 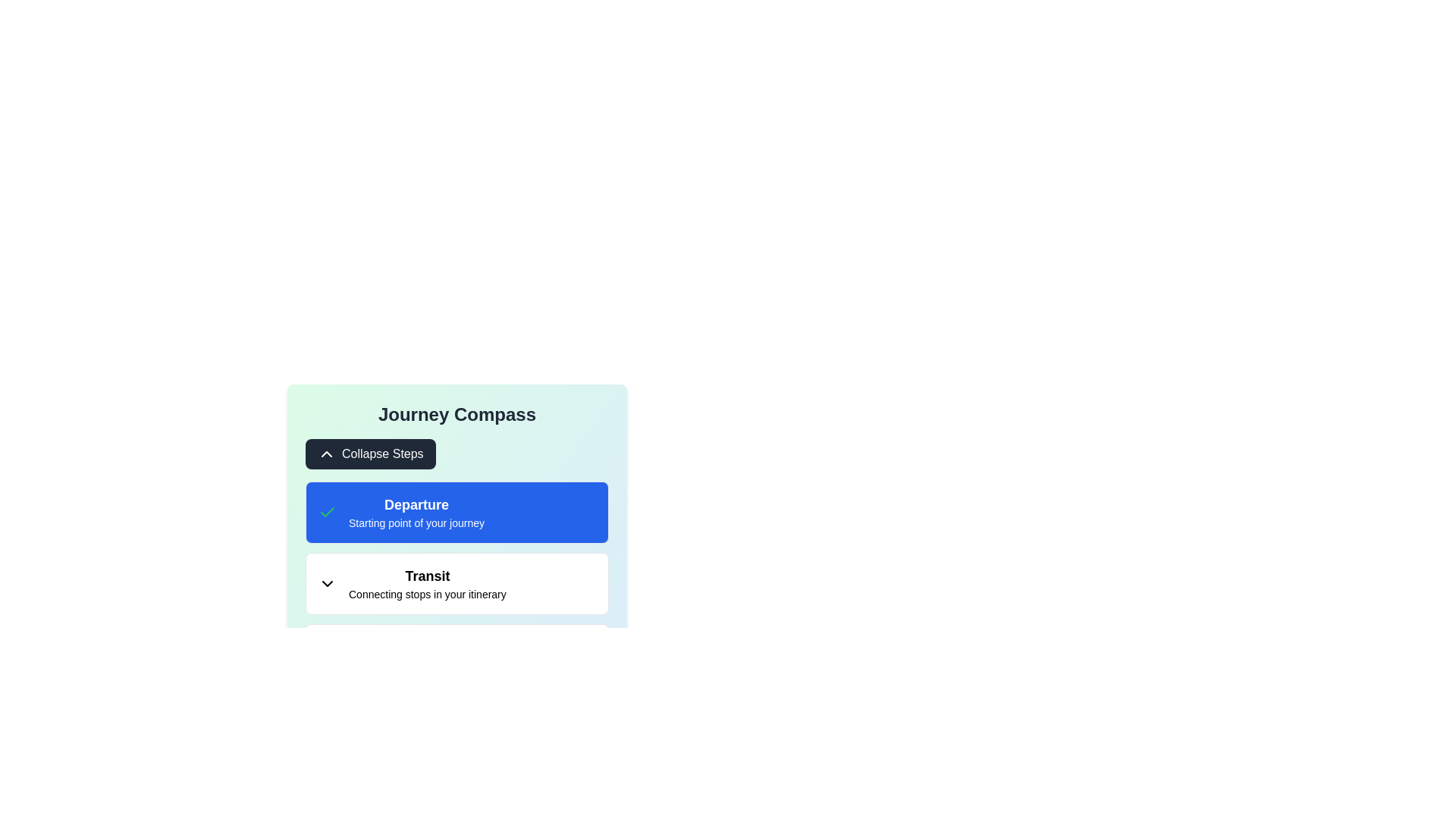 What do you see at coordinates (426, 576) in the screenshot?
I see `the text label that serves as the title for the transit-related details, positioned centrally within the white rectangular section below the 'Departure' card` at bounding box center [426, 576].